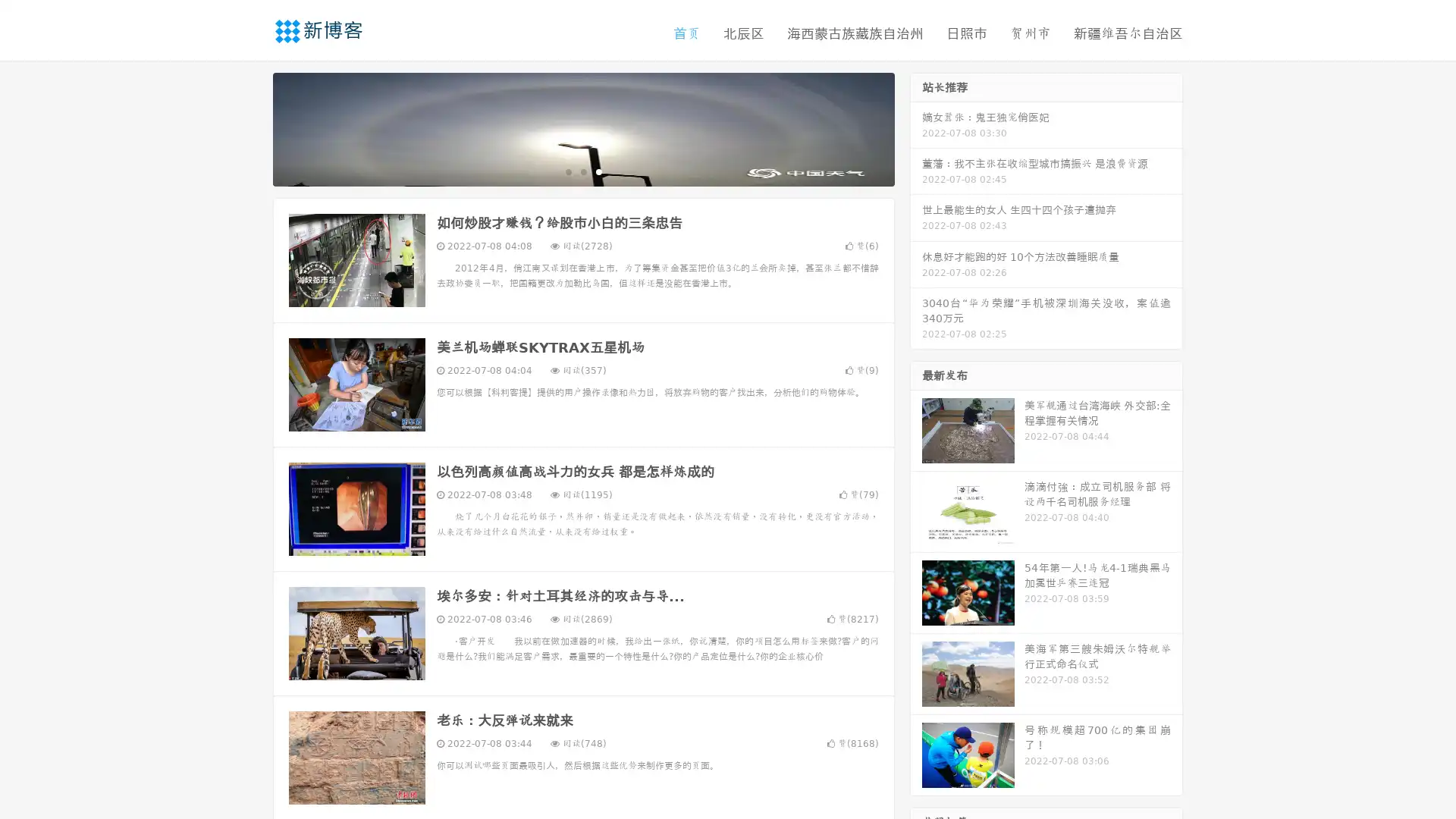 The height and width of the screenshot is (819, 1456). Describe the element at coordinates (598, 171) in the screenshot. I see `Go to slide 3` at that location.